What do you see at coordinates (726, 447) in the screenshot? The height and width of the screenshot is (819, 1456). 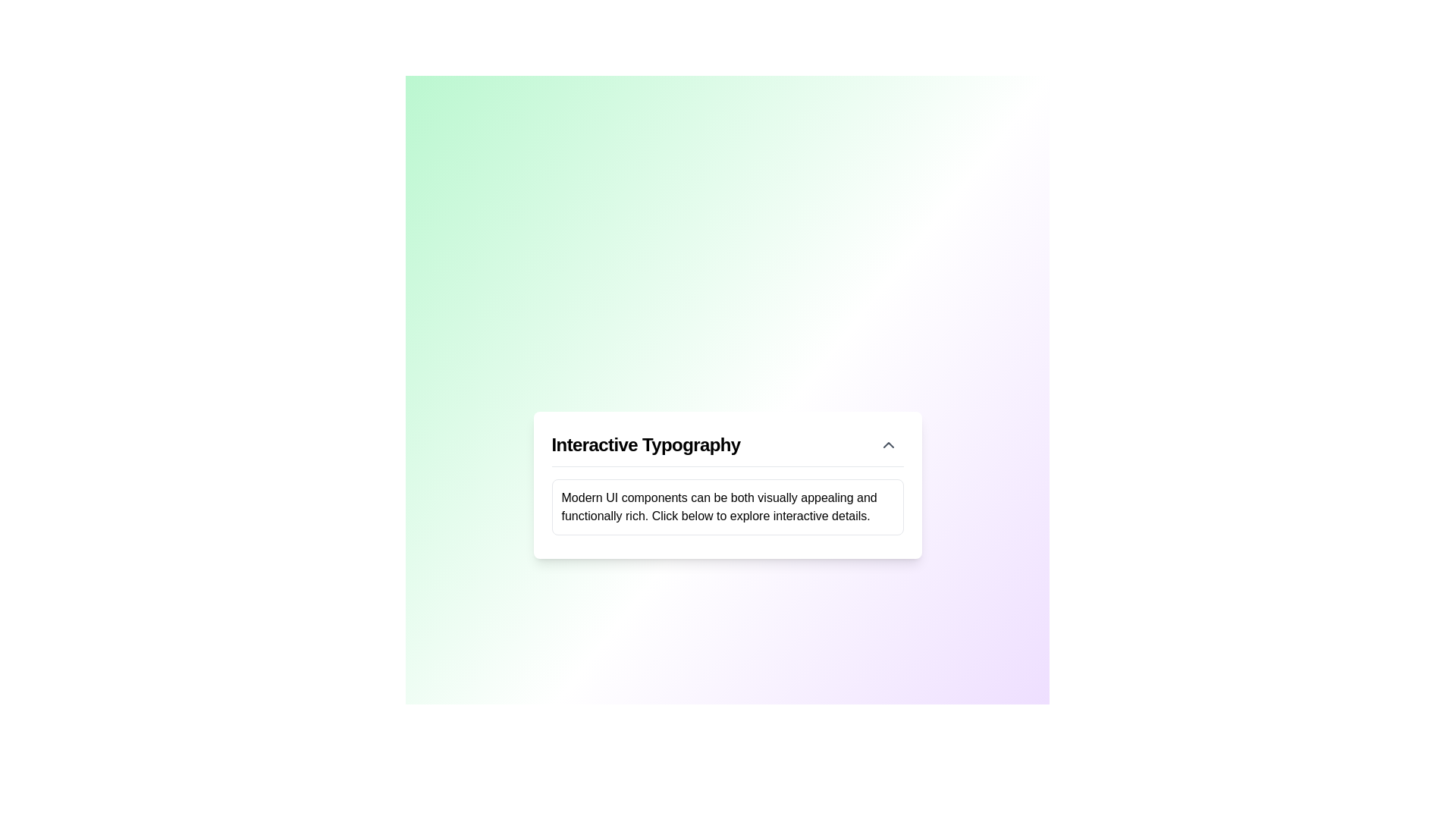 I see `the collapsible header or title bar with a toggle icon` at bounding box center [726, 447].